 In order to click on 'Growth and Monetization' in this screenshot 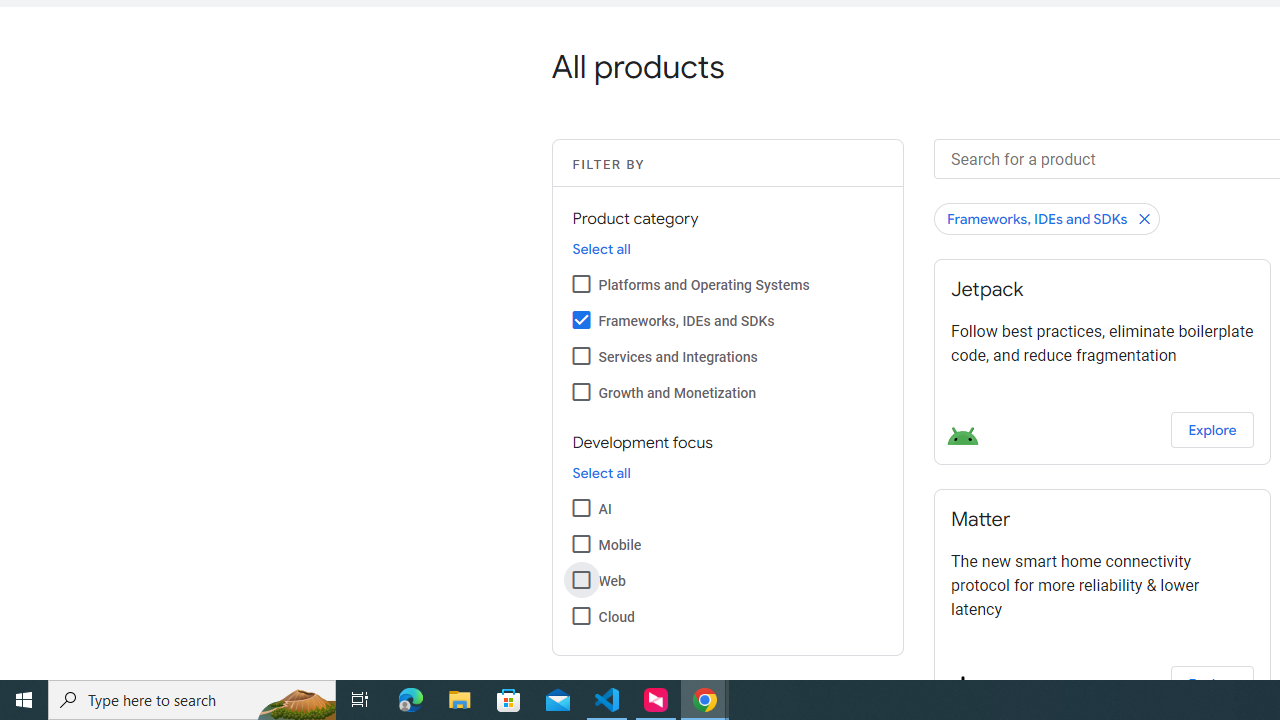, I will do `click(580, 391)`.